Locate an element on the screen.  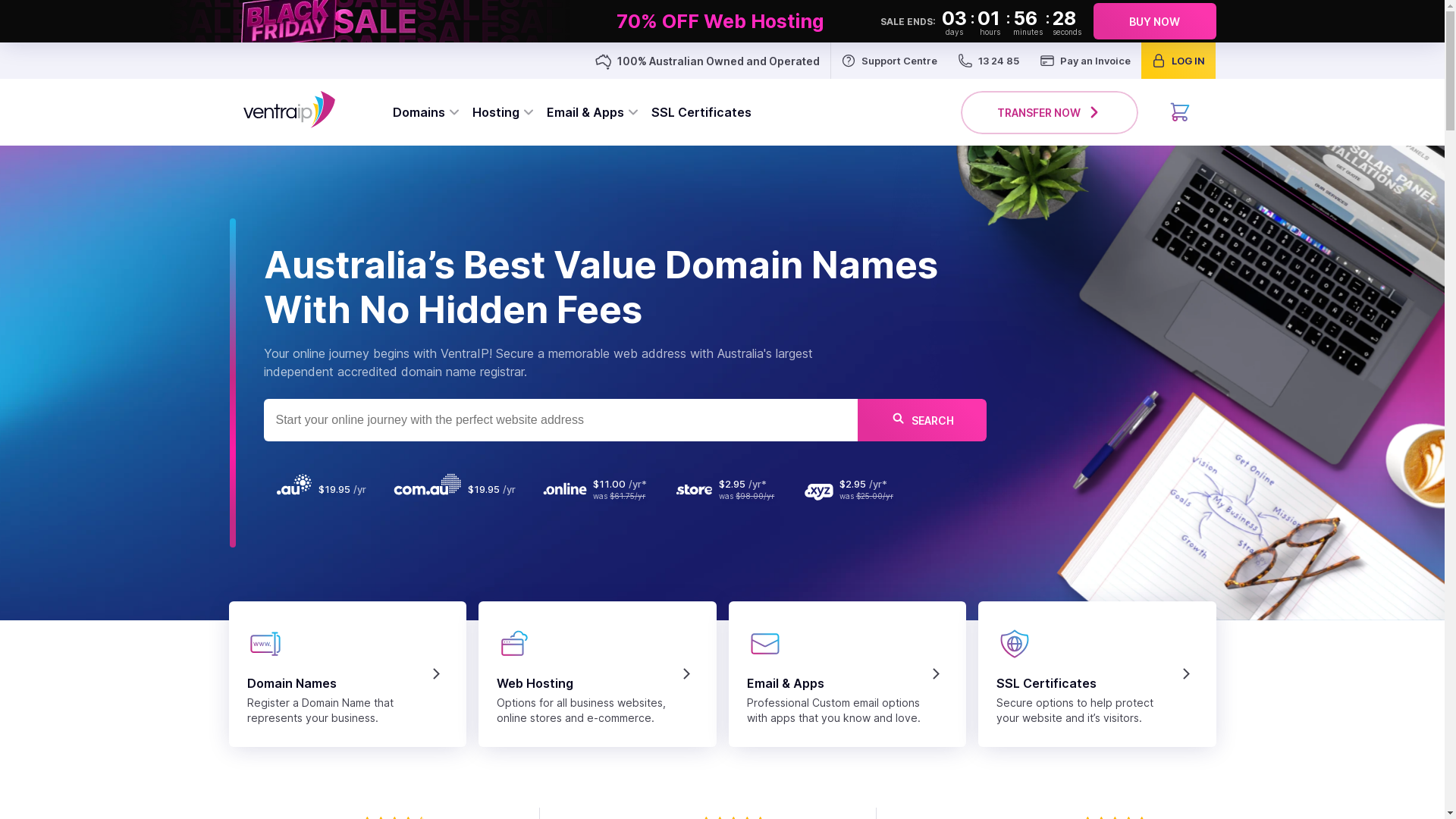
'13 24 85' is located at coordinates (989, 60).